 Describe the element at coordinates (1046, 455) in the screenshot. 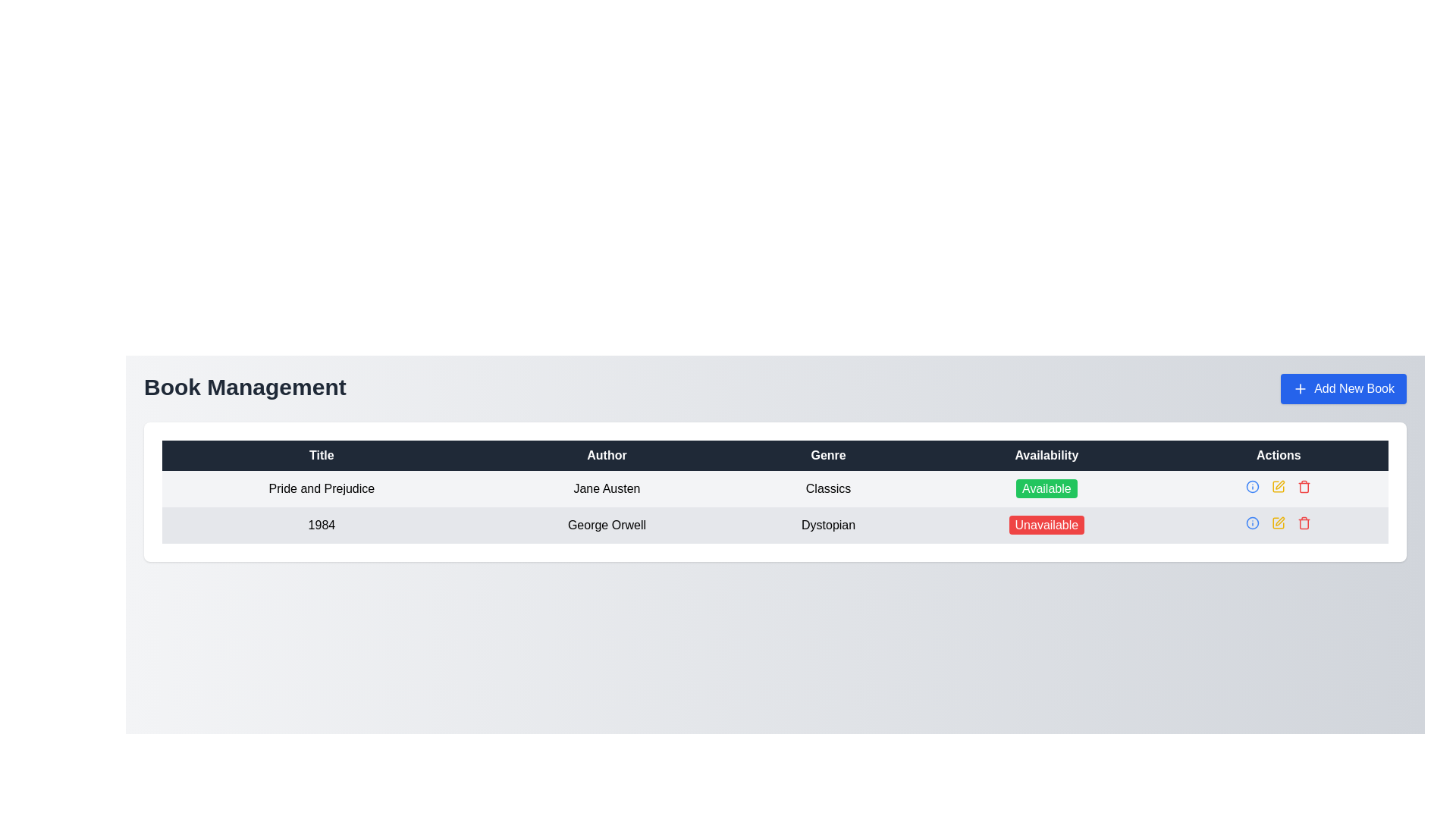

I see `the 'Availability' text label, which is the fourth column header in the table, displayed in white text on a dark background` at that location.